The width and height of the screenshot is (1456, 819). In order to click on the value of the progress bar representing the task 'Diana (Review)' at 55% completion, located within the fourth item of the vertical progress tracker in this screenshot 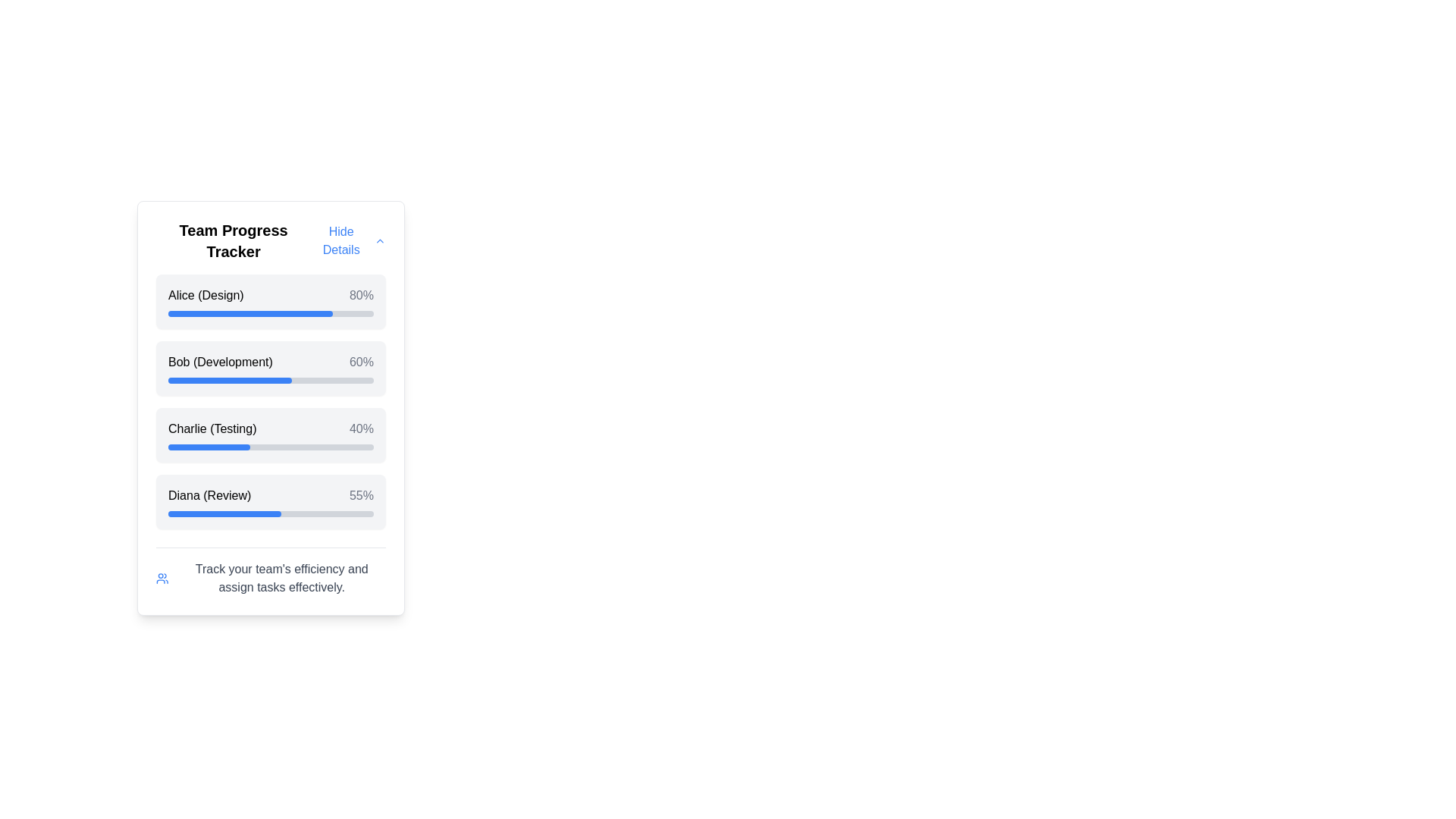, I will do `click(224, 513)`.